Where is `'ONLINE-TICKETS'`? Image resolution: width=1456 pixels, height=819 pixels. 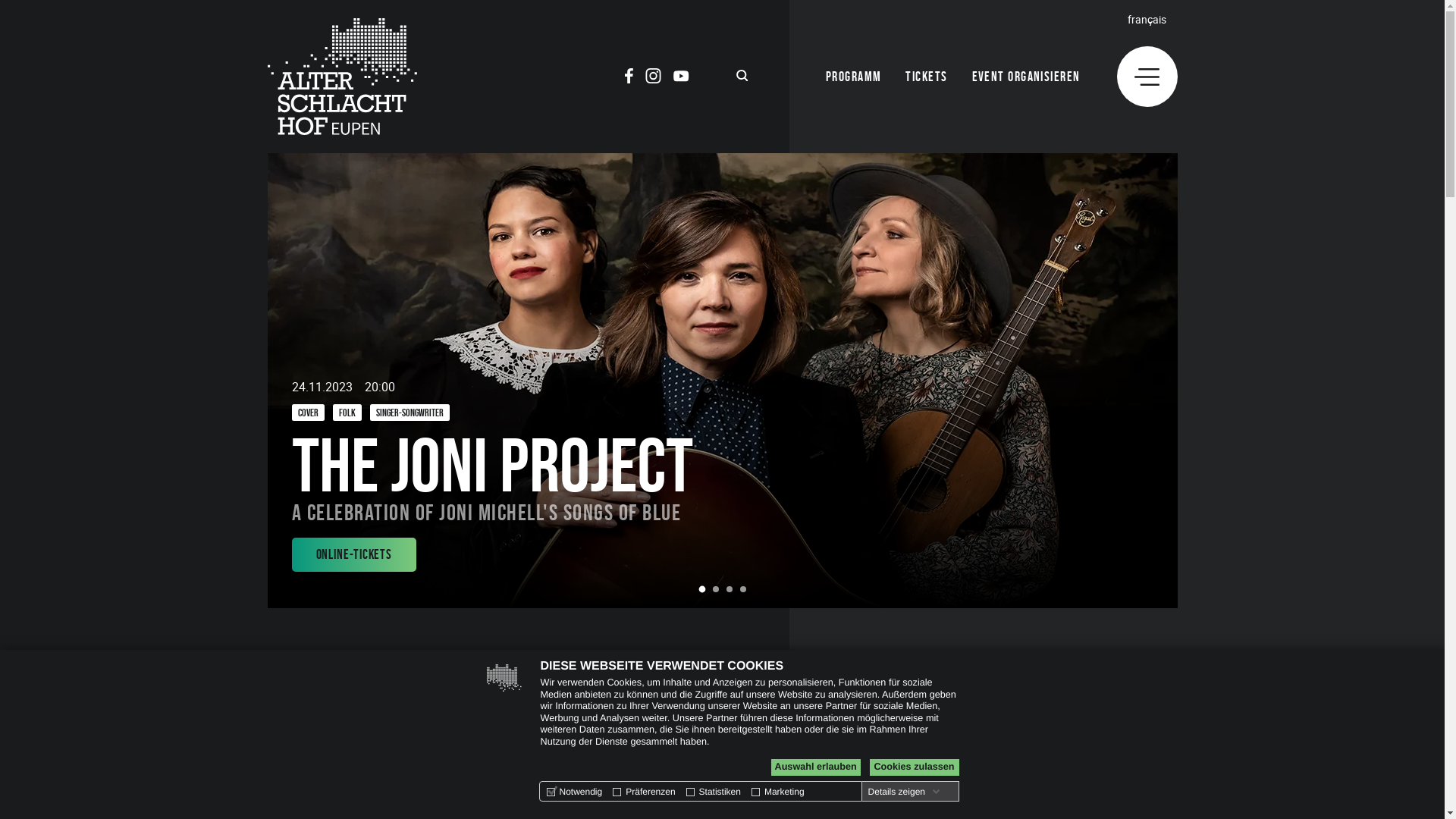 'ONLINE-TICKETS' is located at coordinates (291, 554).